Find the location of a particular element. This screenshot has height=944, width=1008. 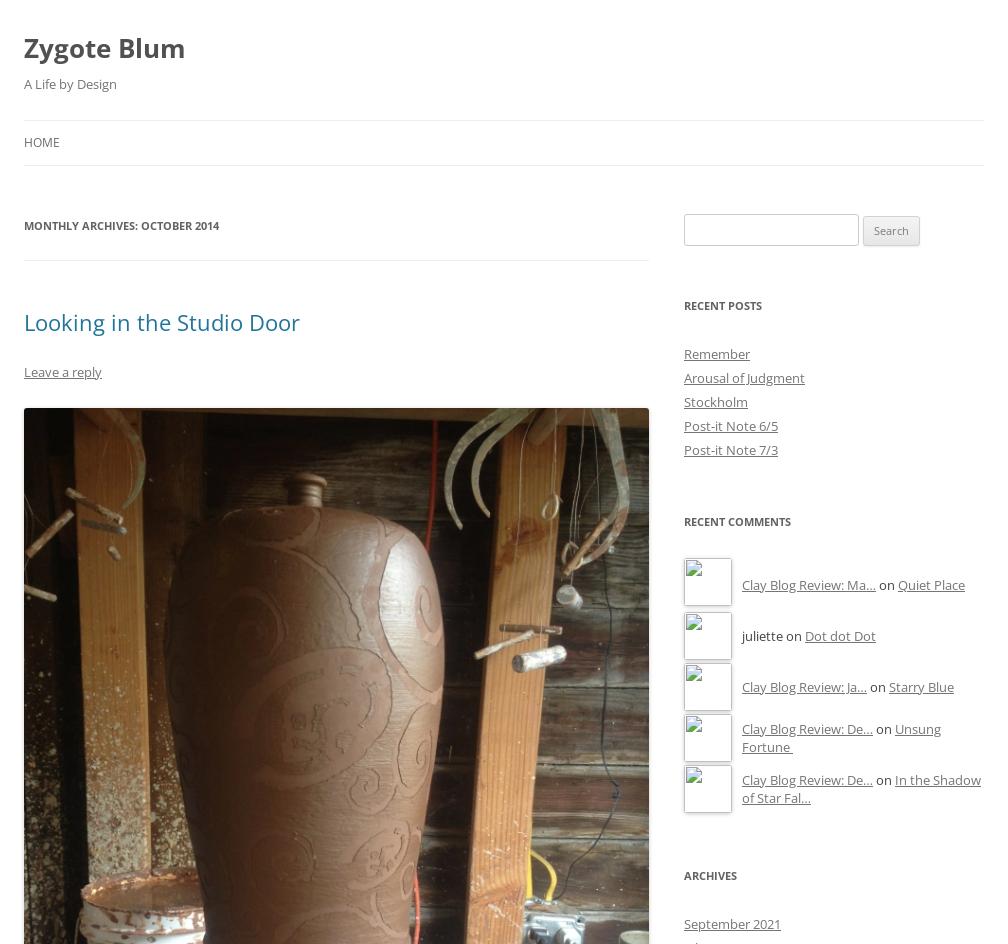

'Leave a reply' is located at coordinates (63, 370).